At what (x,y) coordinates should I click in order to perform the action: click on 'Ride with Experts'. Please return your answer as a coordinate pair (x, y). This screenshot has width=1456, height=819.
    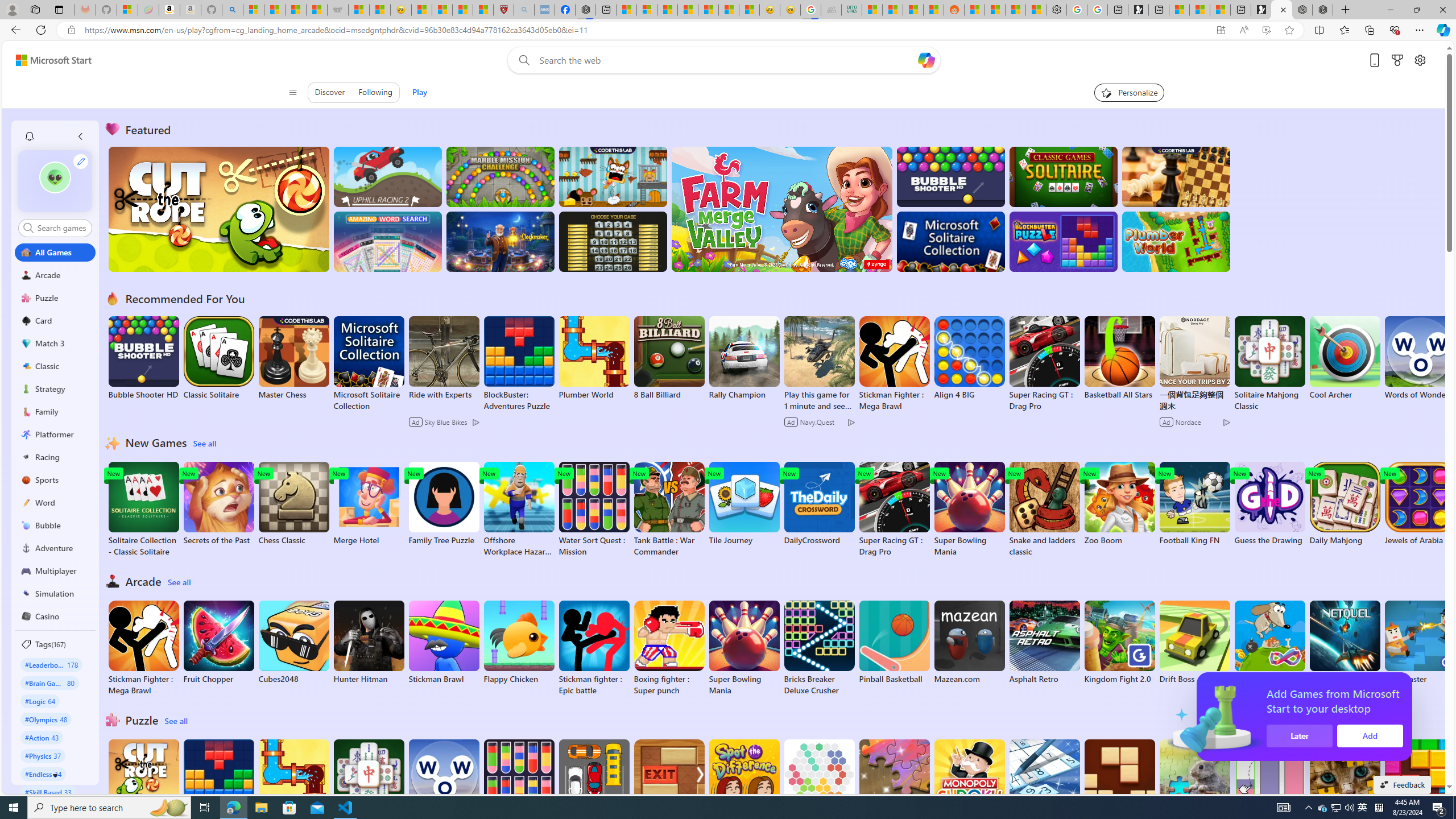
    Looking at the image, I should click on (442, 394).